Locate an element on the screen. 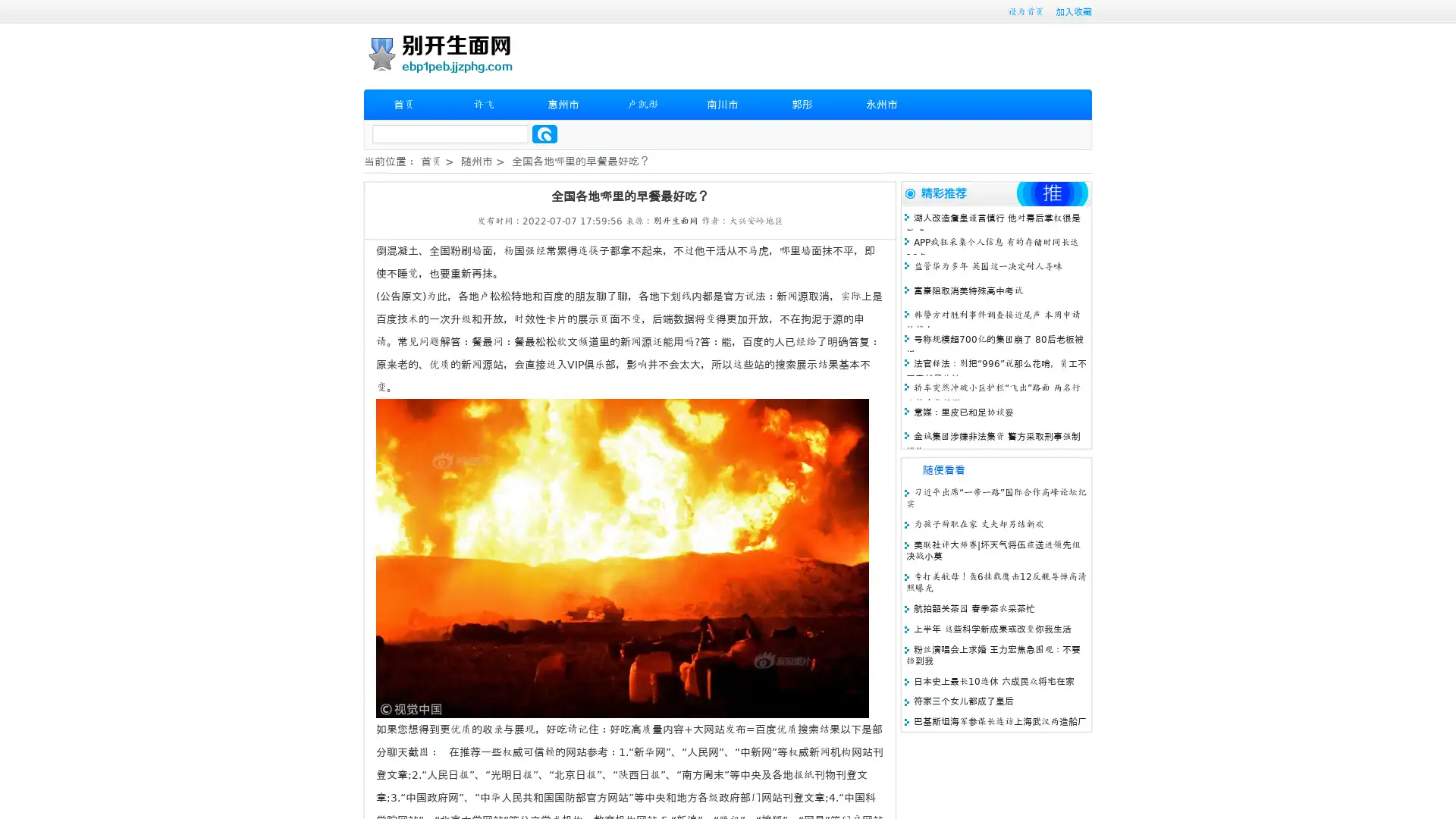 Image resolution: width=1456 pixels, height=819 pixels. Search is located at coordinates (544, 133).